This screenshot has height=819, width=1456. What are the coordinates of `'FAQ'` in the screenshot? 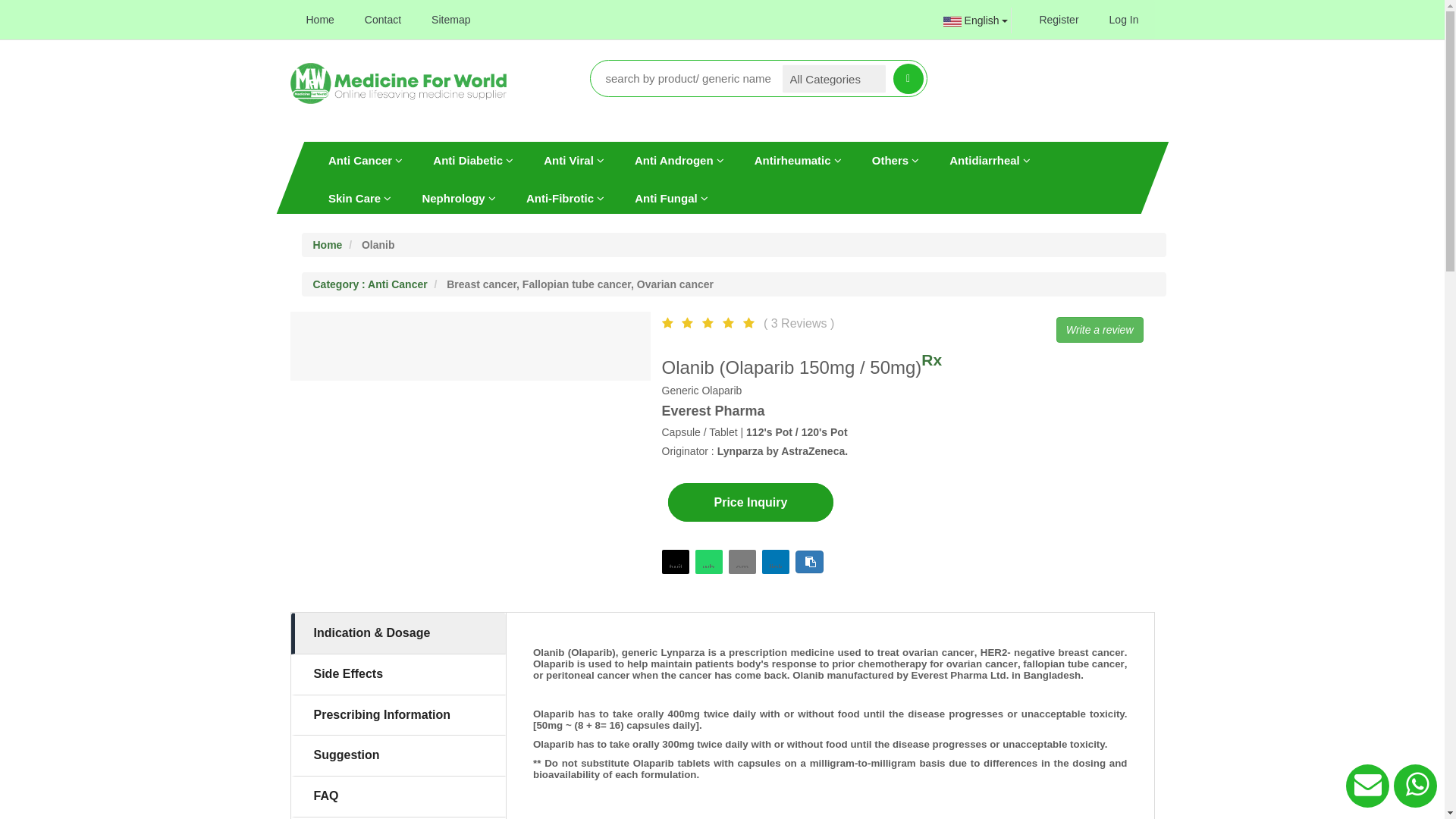 It's located at (399, 795).